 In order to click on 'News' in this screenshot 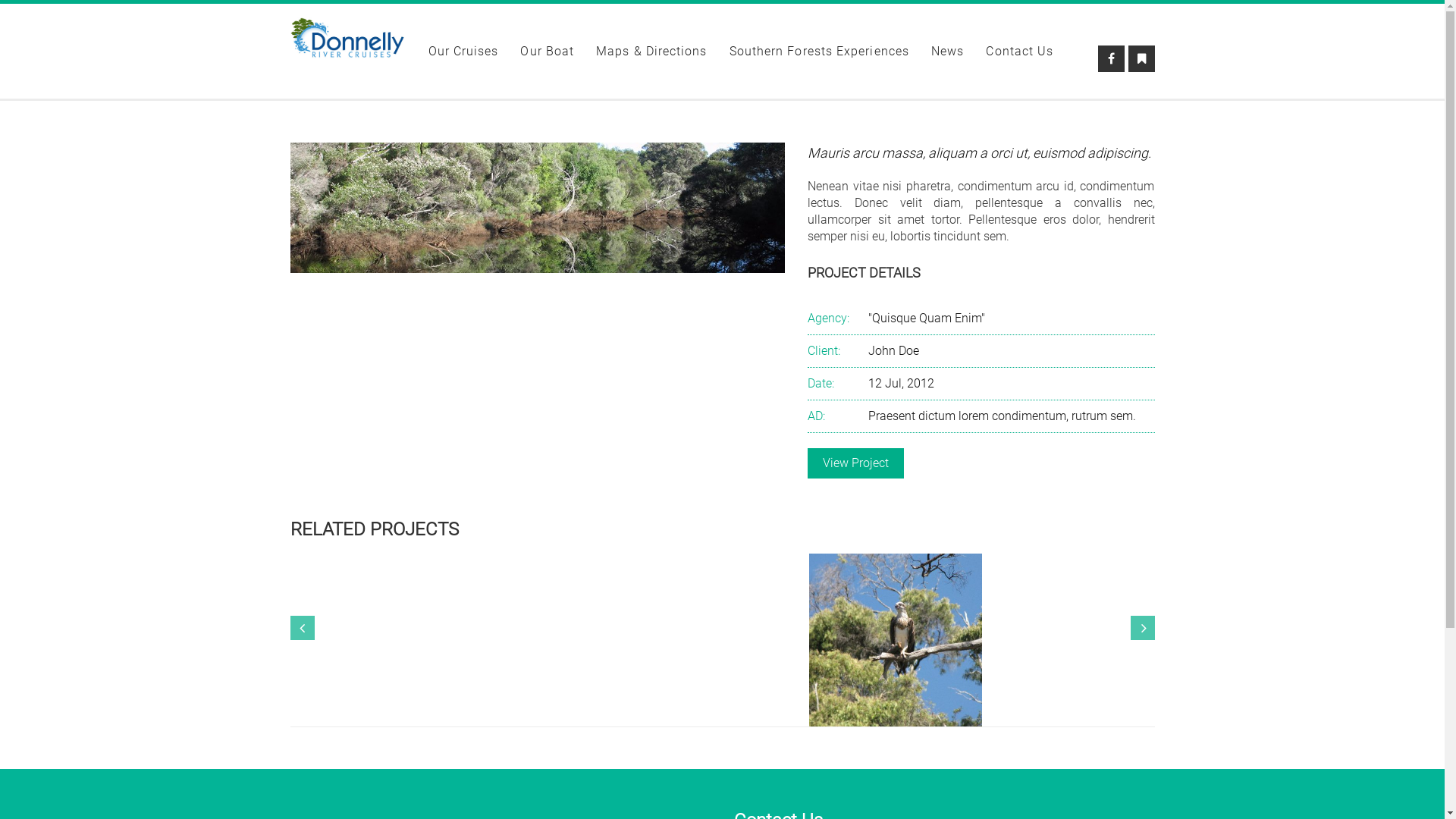, I will do `click(930, 52)`.